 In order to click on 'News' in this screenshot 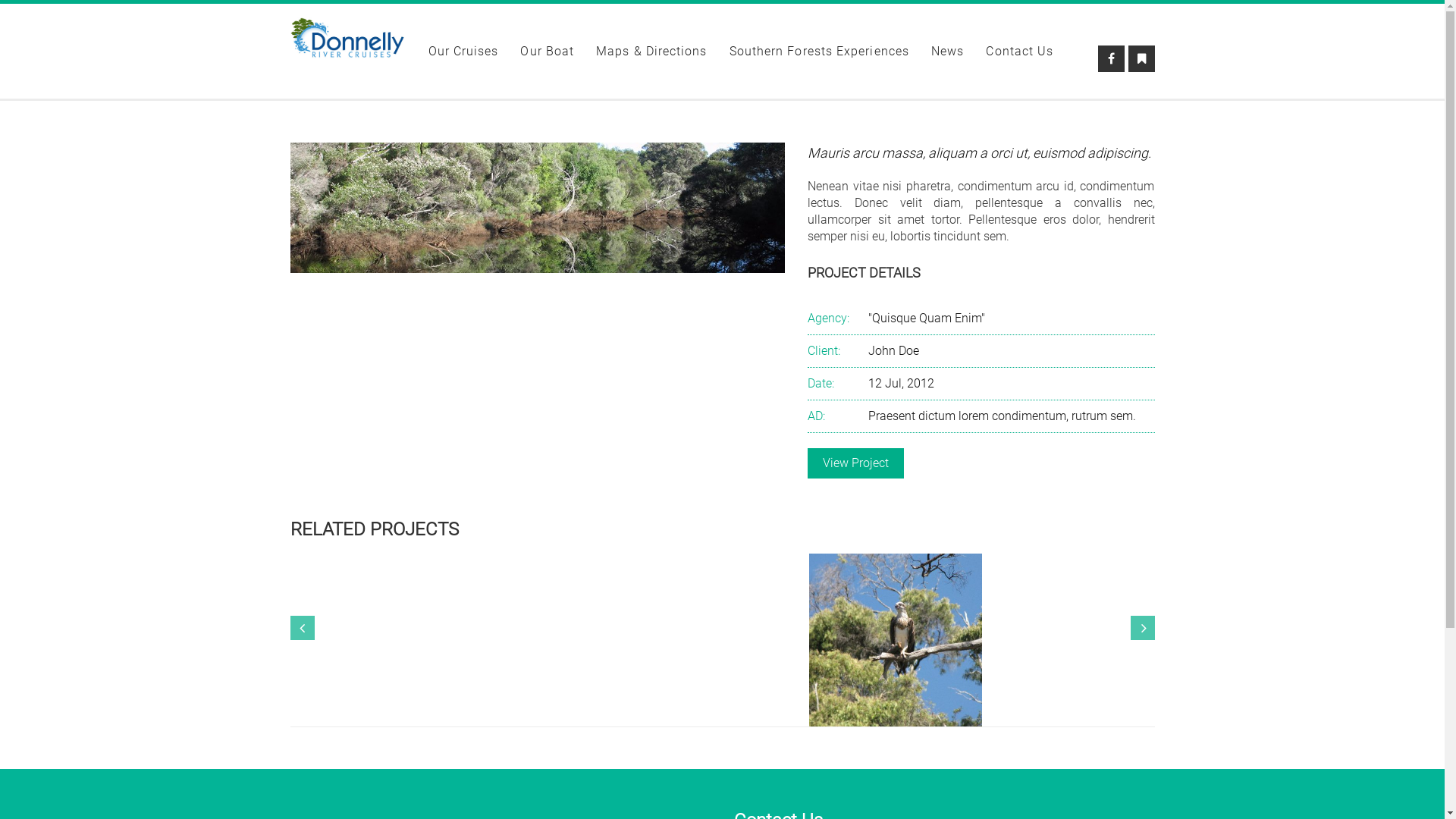, I will do `click(930, 52)`.